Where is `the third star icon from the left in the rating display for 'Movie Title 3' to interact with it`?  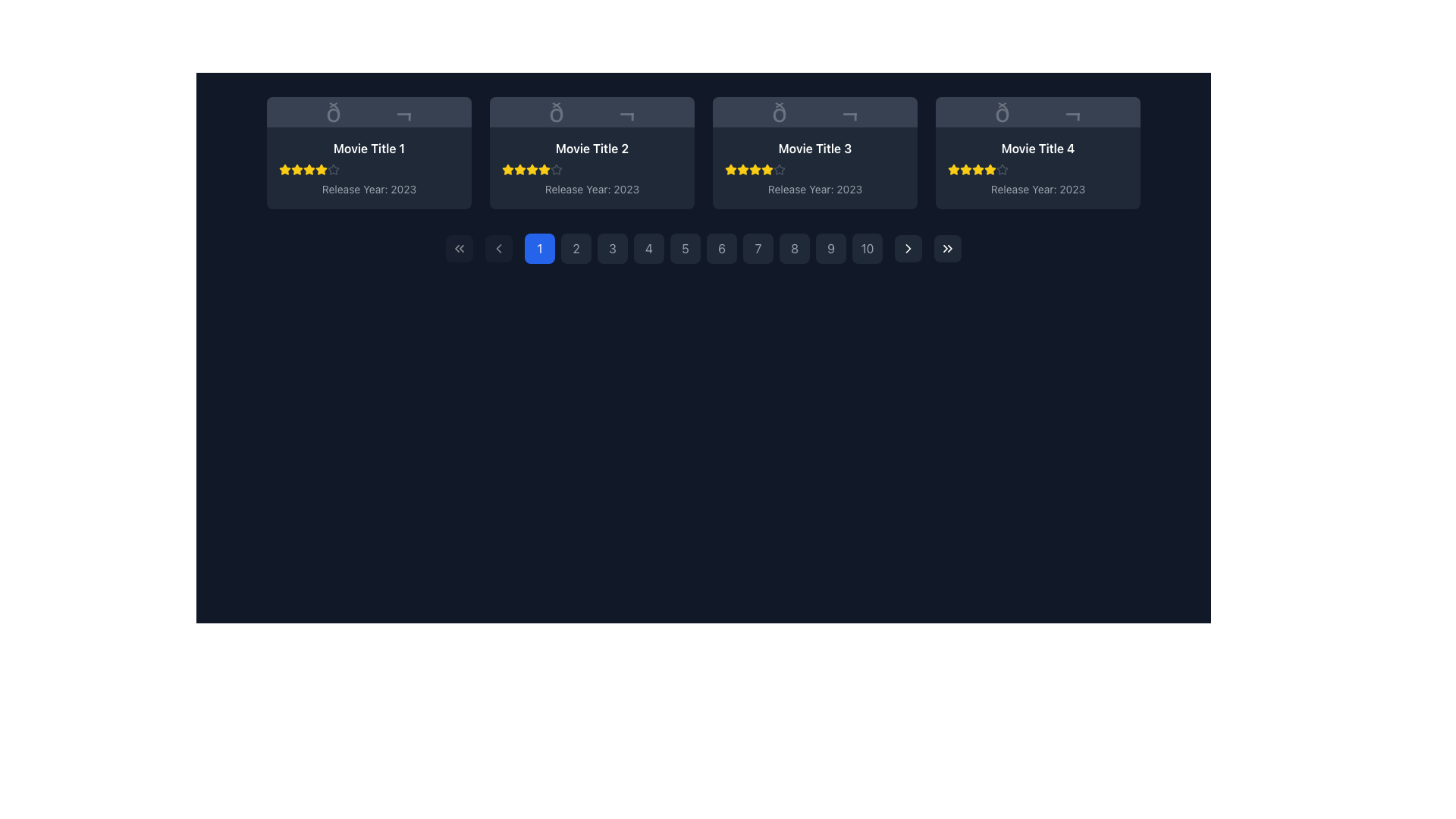 the third star icon from the left in the rating display for 'Movie Title 3' to interact with it is located at coordinates (742, 169).